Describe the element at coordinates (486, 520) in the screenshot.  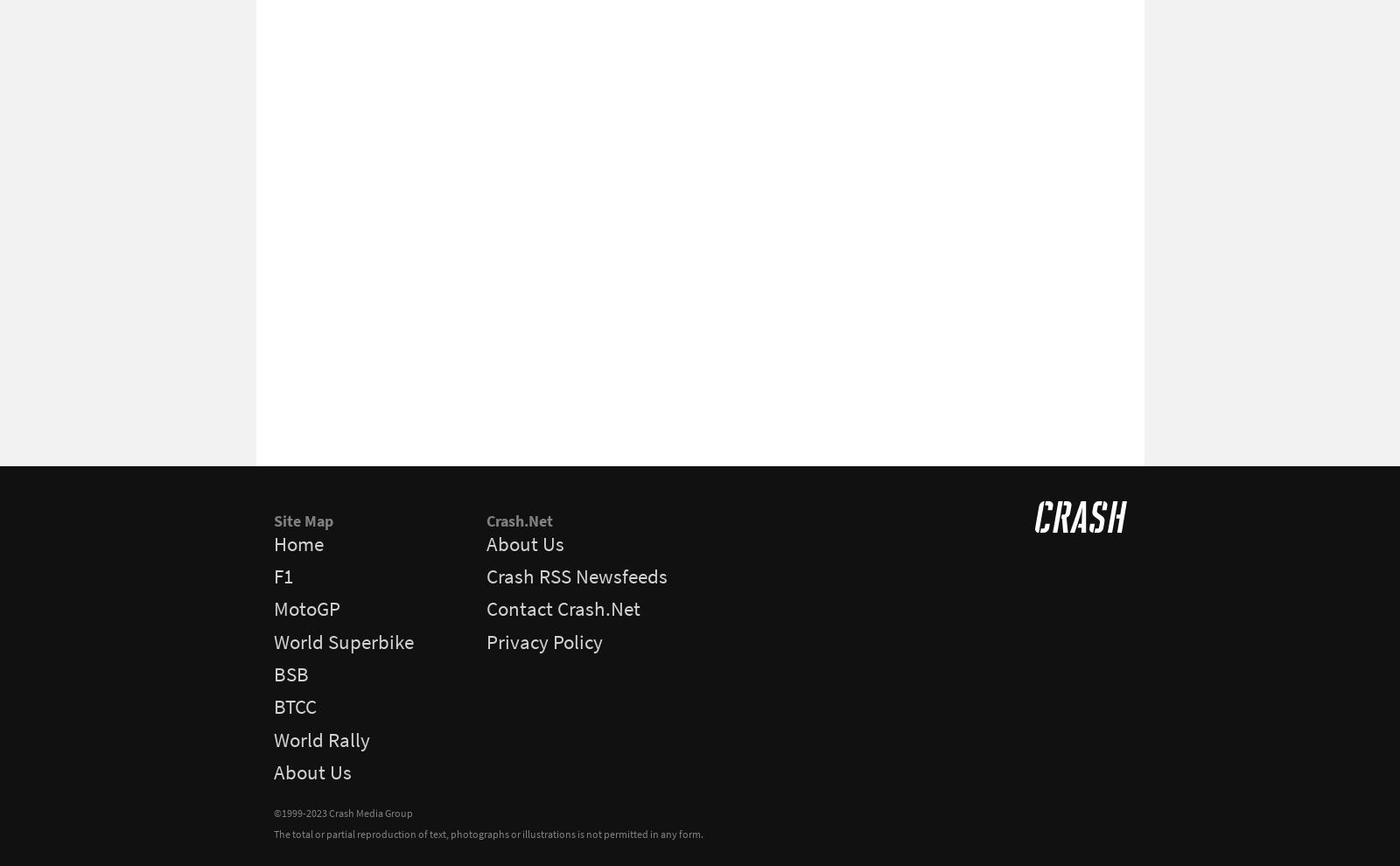
I see `'Crash.Net'` at that location.